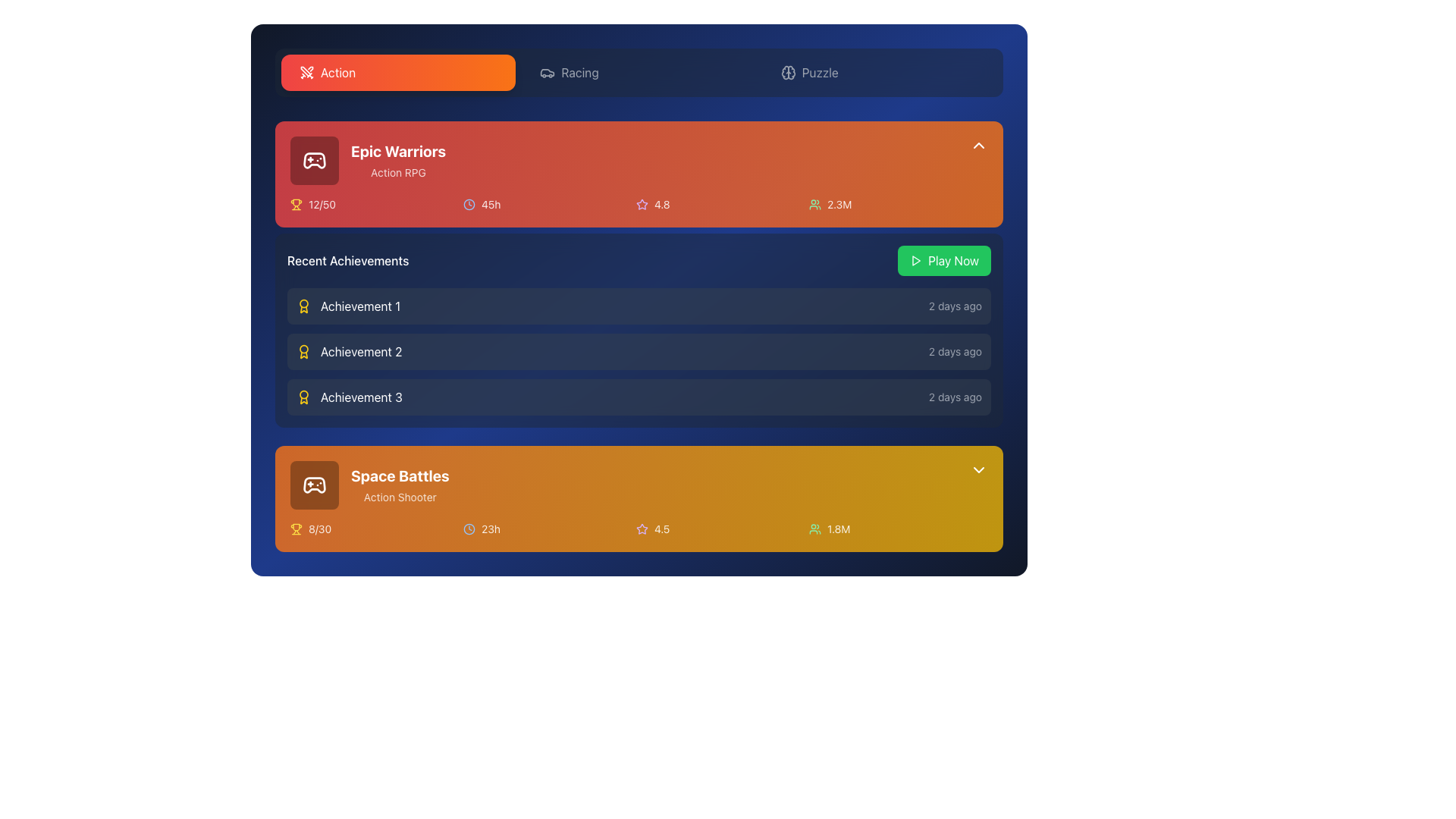  What do you see at coordinates (348, 397) in the screenshot?
I see `the 'Achievement 3' text with an icon located as the third item` at bounding box center [348, 397].